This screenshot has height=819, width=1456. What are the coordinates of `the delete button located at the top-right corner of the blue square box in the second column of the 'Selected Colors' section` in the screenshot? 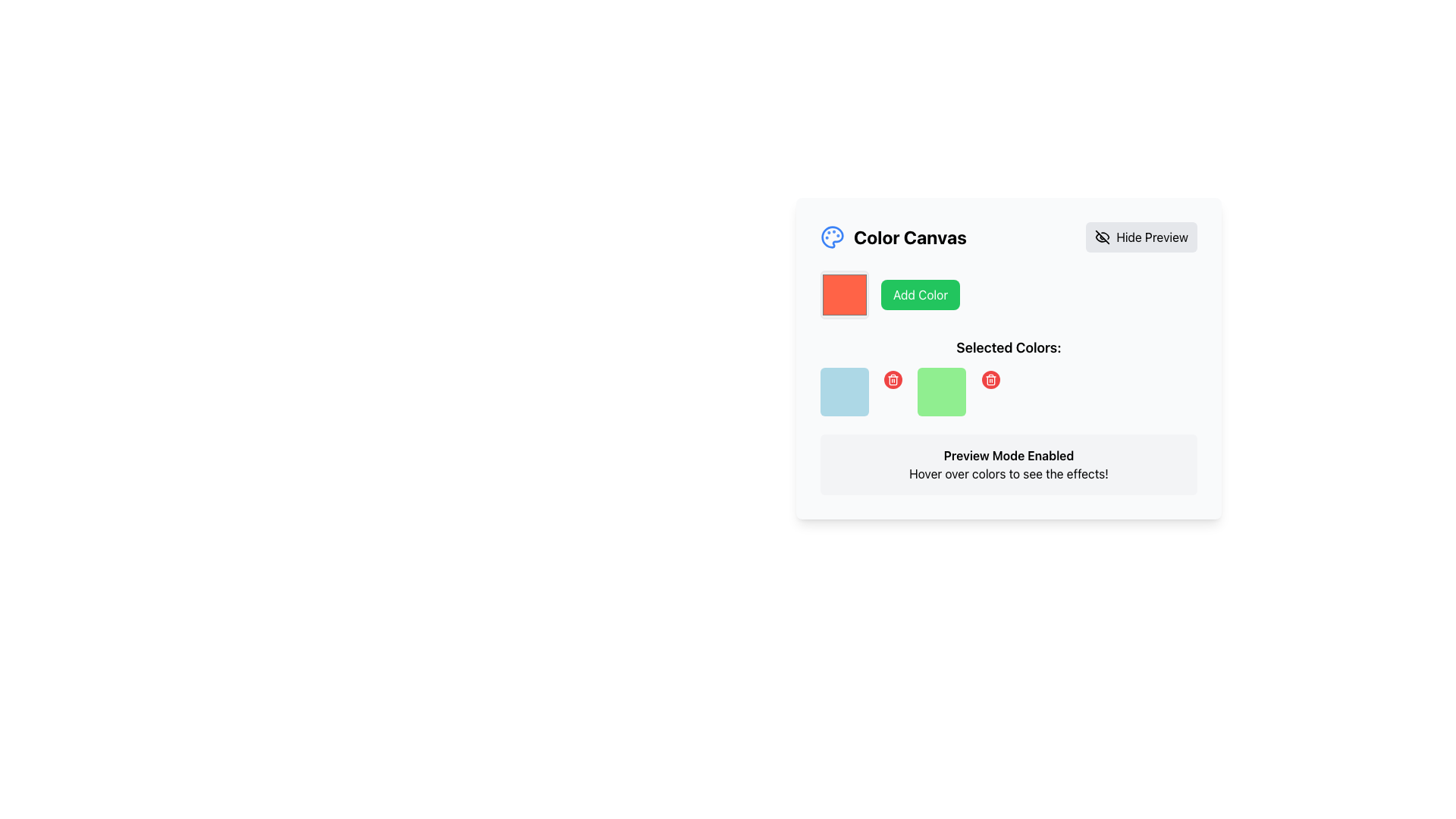 It's located at (893, 379).